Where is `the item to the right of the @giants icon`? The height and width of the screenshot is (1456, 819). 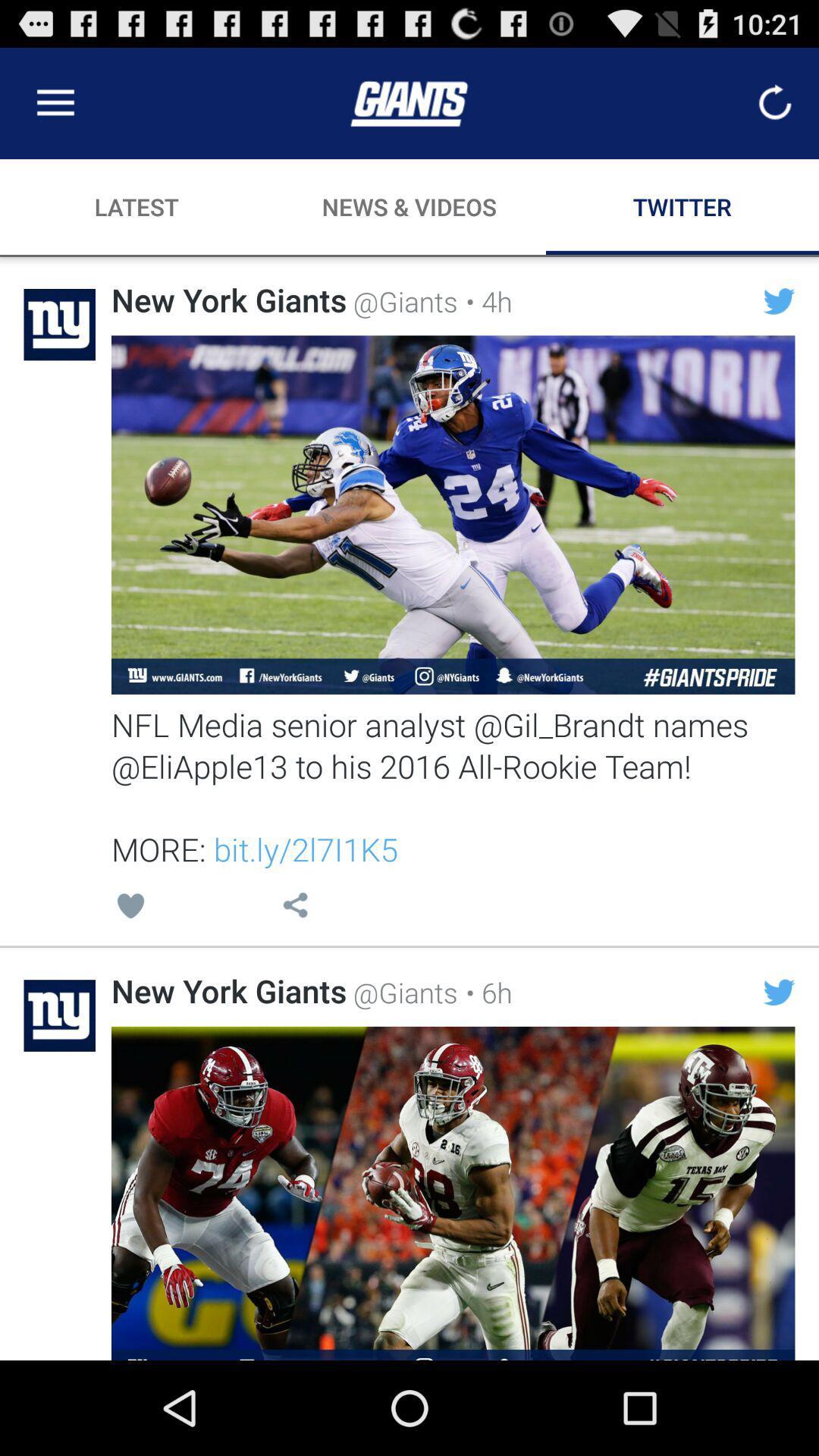
the item to the right of the @giants icon is located at coordinates (485, 992).